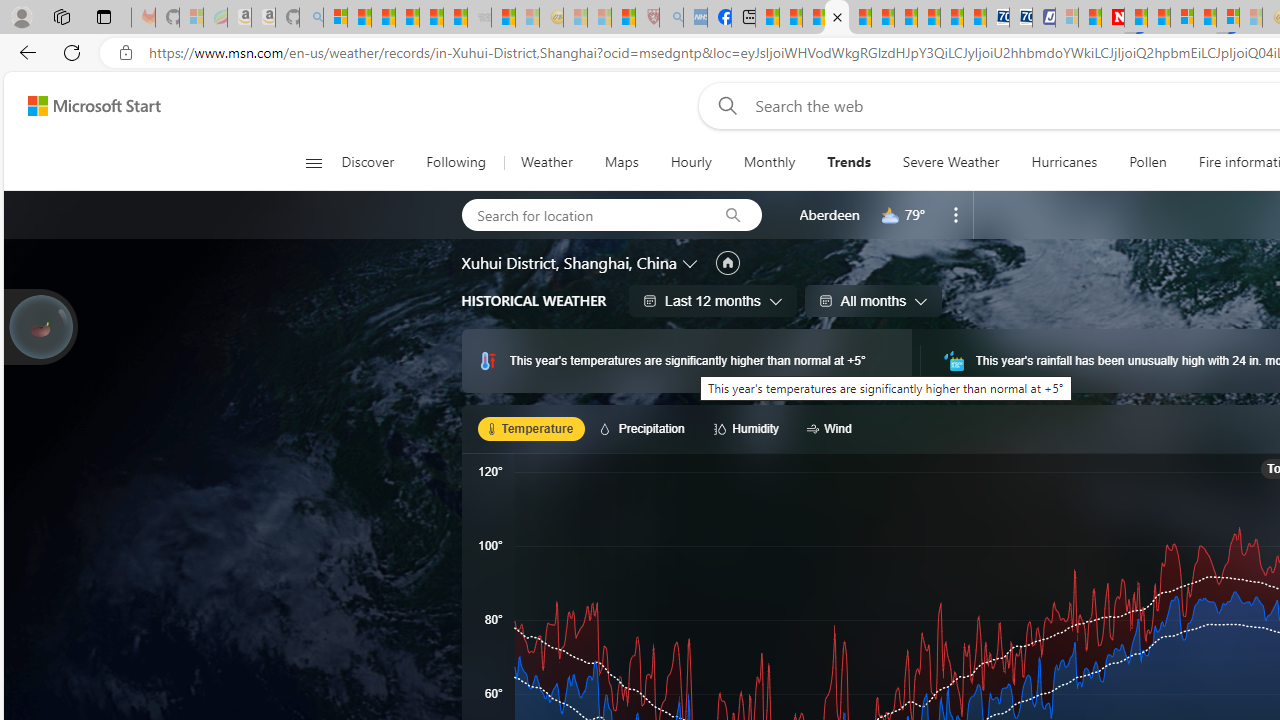  Describe the element at coordinates (768, 162) in the screenshot. I see `'Monthly'` at that location.